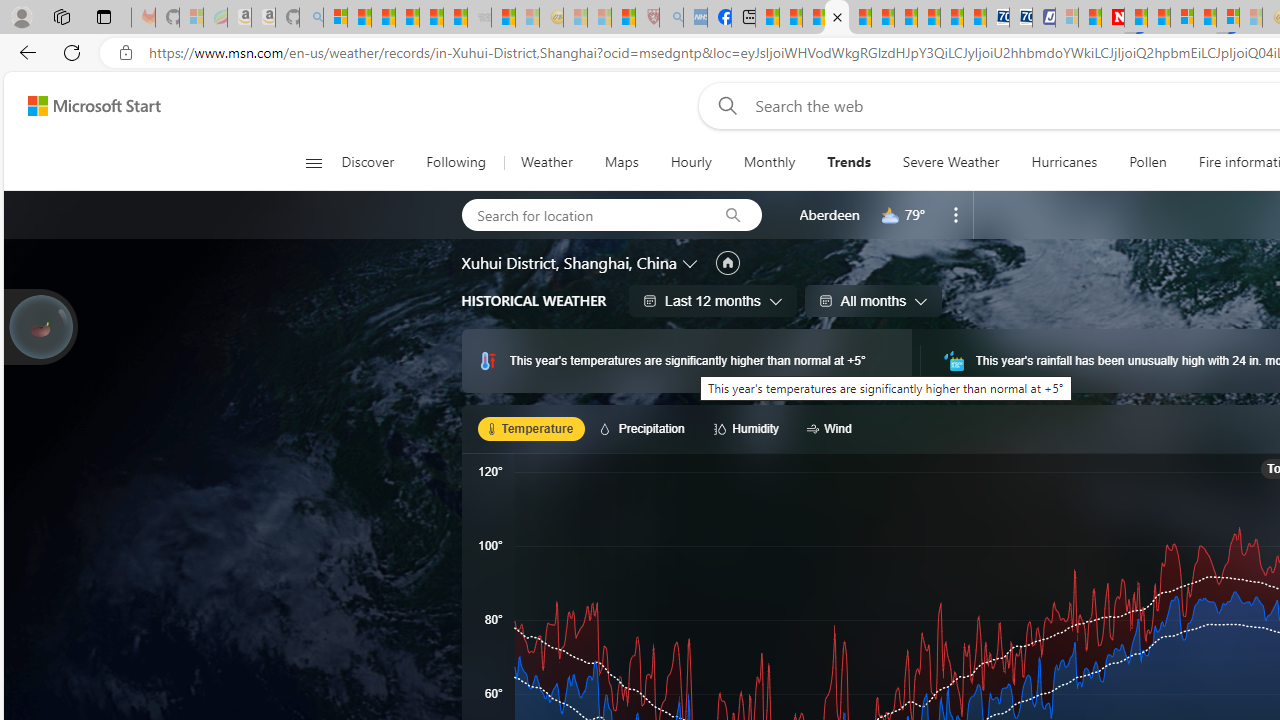  Describe the element at coordinates (768, 162) in the screenshot. I see `'Monthly'` at that location.